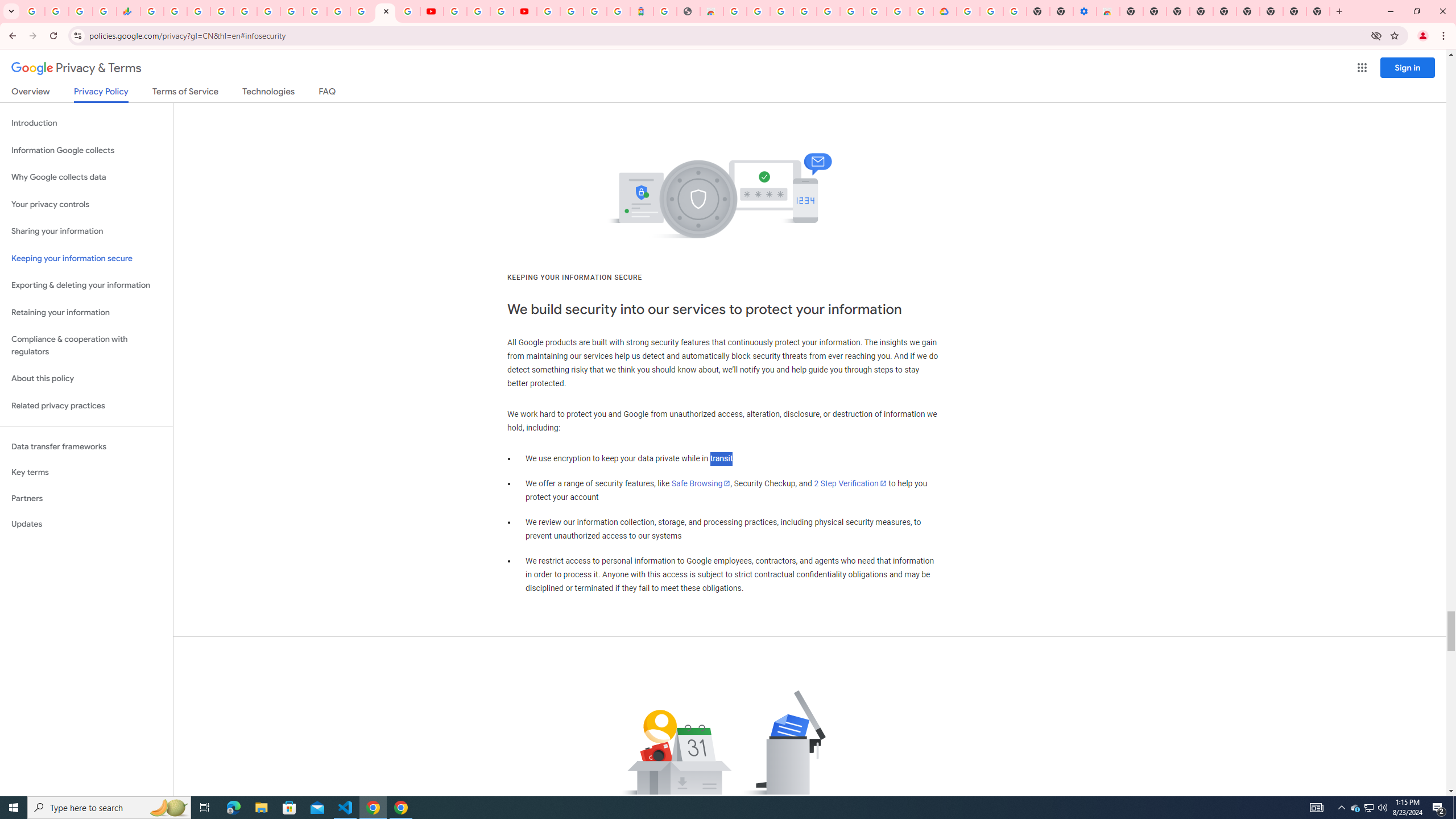  Describe the element at coordinates (86, 230) in the screenshot. I see `'Sharing your information'` at that location.